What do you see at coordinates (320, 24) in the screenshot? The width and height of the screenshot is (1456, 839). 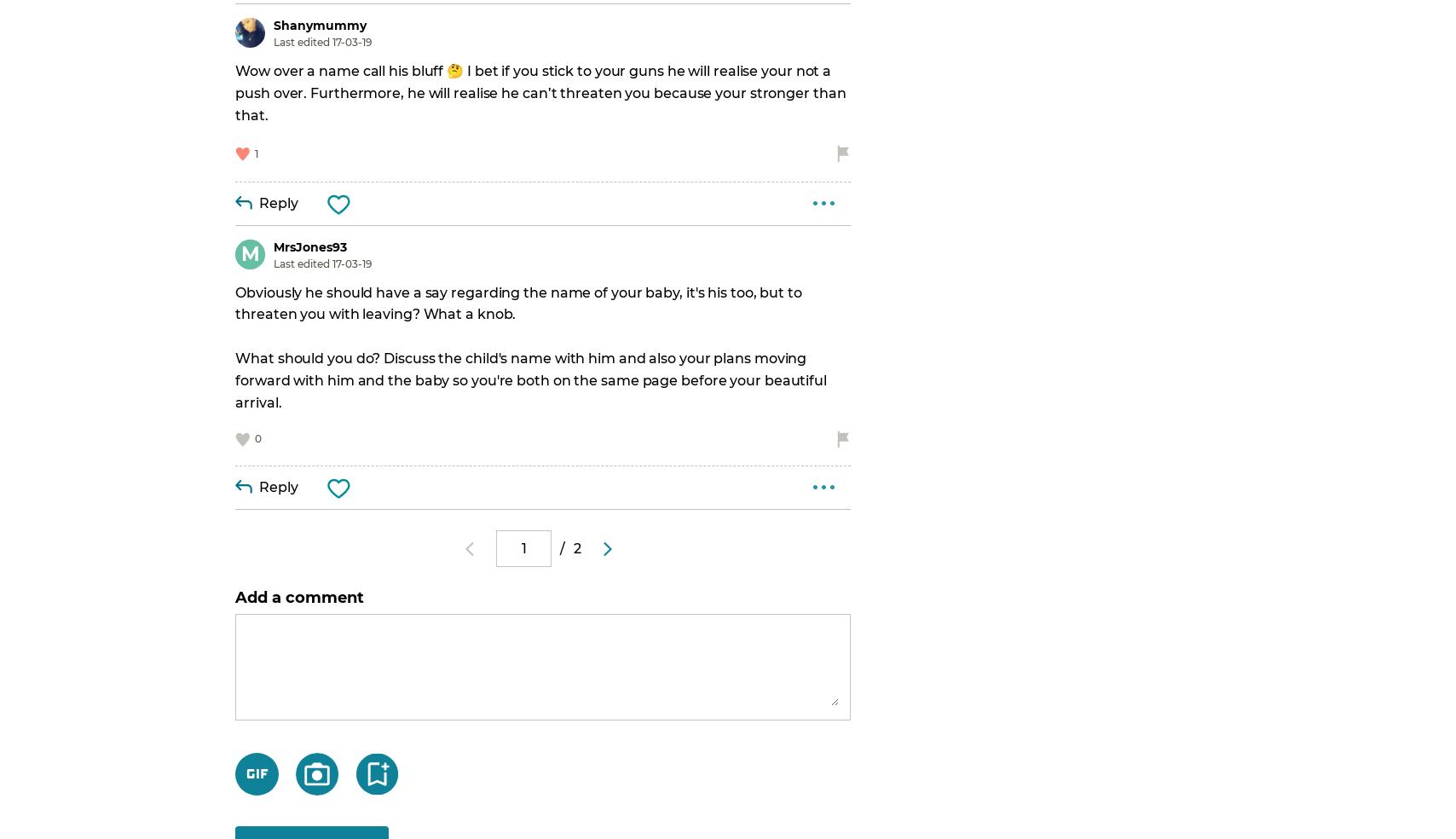 I see `'Shanymummy'` at bounding box center [320, 24].